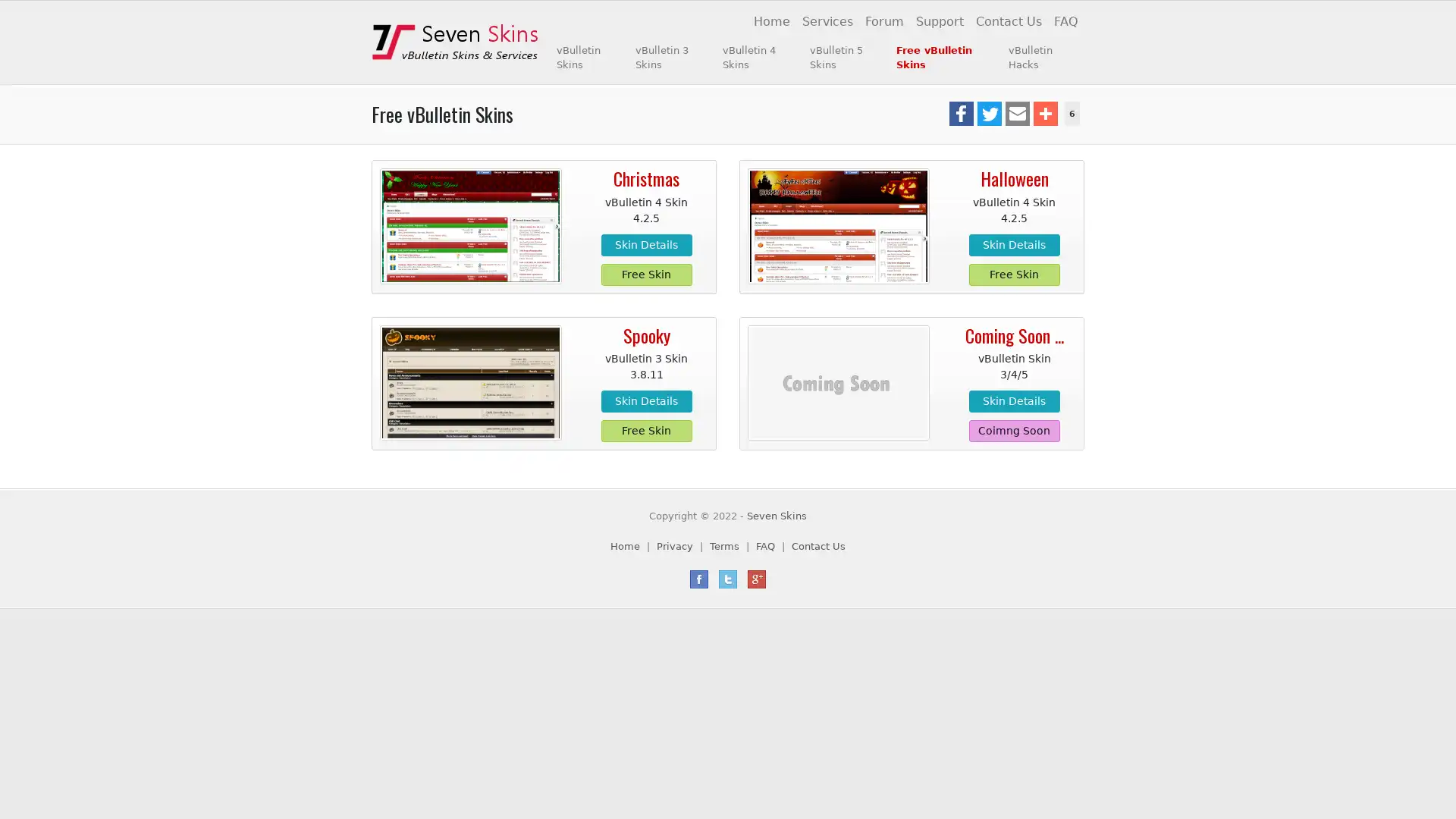  Describe the element at coordinates (1016, 113) in the screenshot. I see `Share to Email` at that location.